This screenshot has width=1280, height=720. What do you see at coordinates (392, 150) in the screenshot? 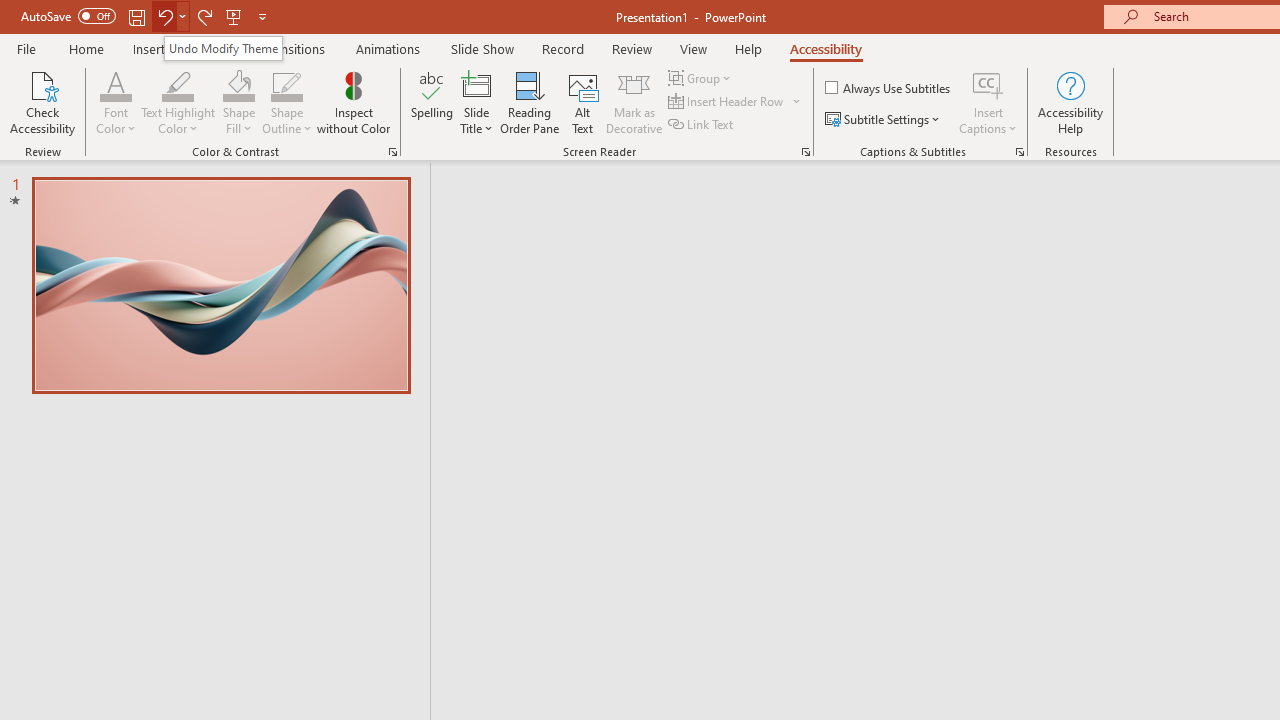
I see `'Color & Contrast'` at bounding box center [392, 150].